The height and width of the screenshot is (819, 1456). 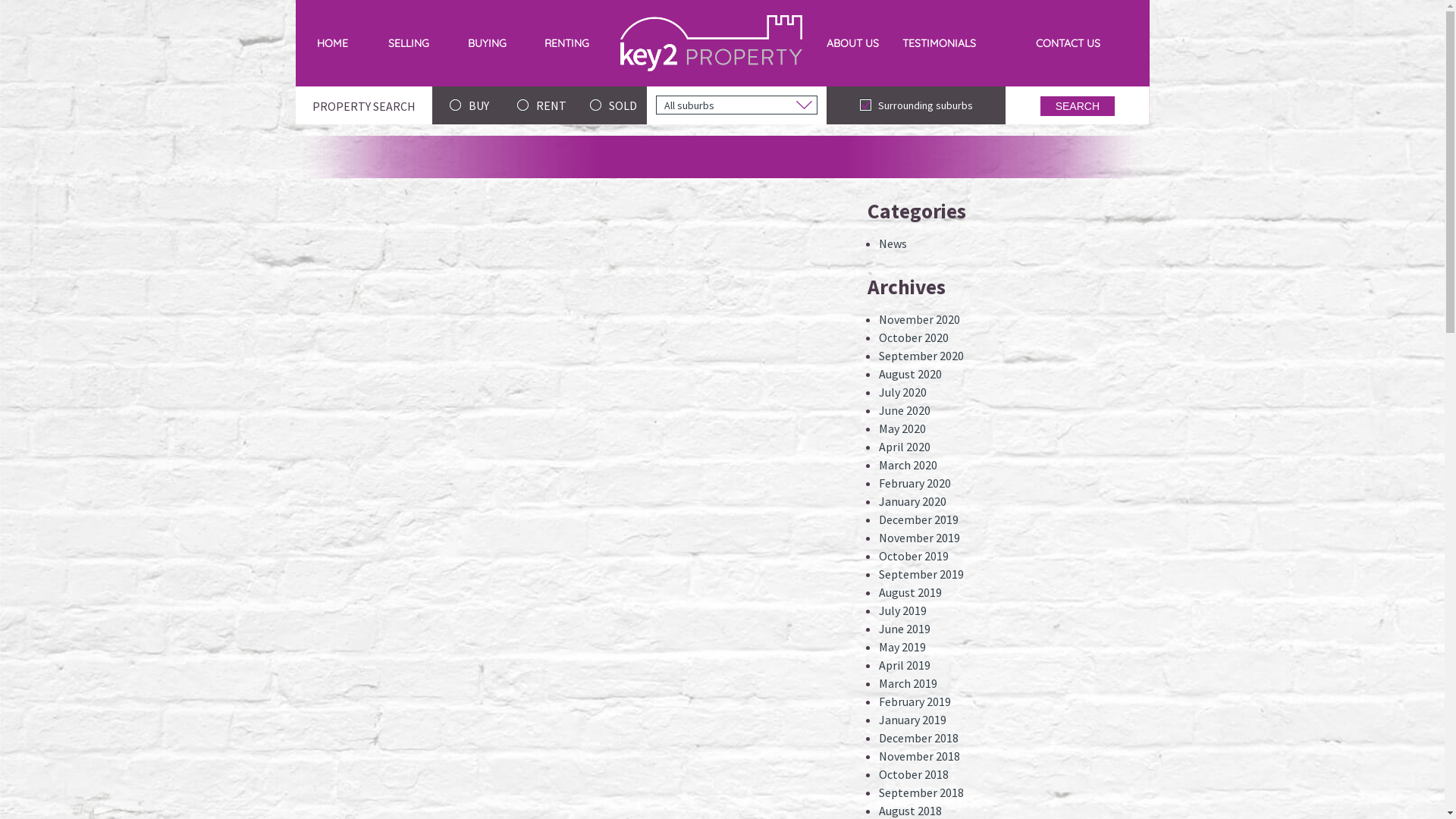 What do you see at coordinates (912, 500) in the screenshot?
I see `'January 2020'` at bounding box center [912, 500].